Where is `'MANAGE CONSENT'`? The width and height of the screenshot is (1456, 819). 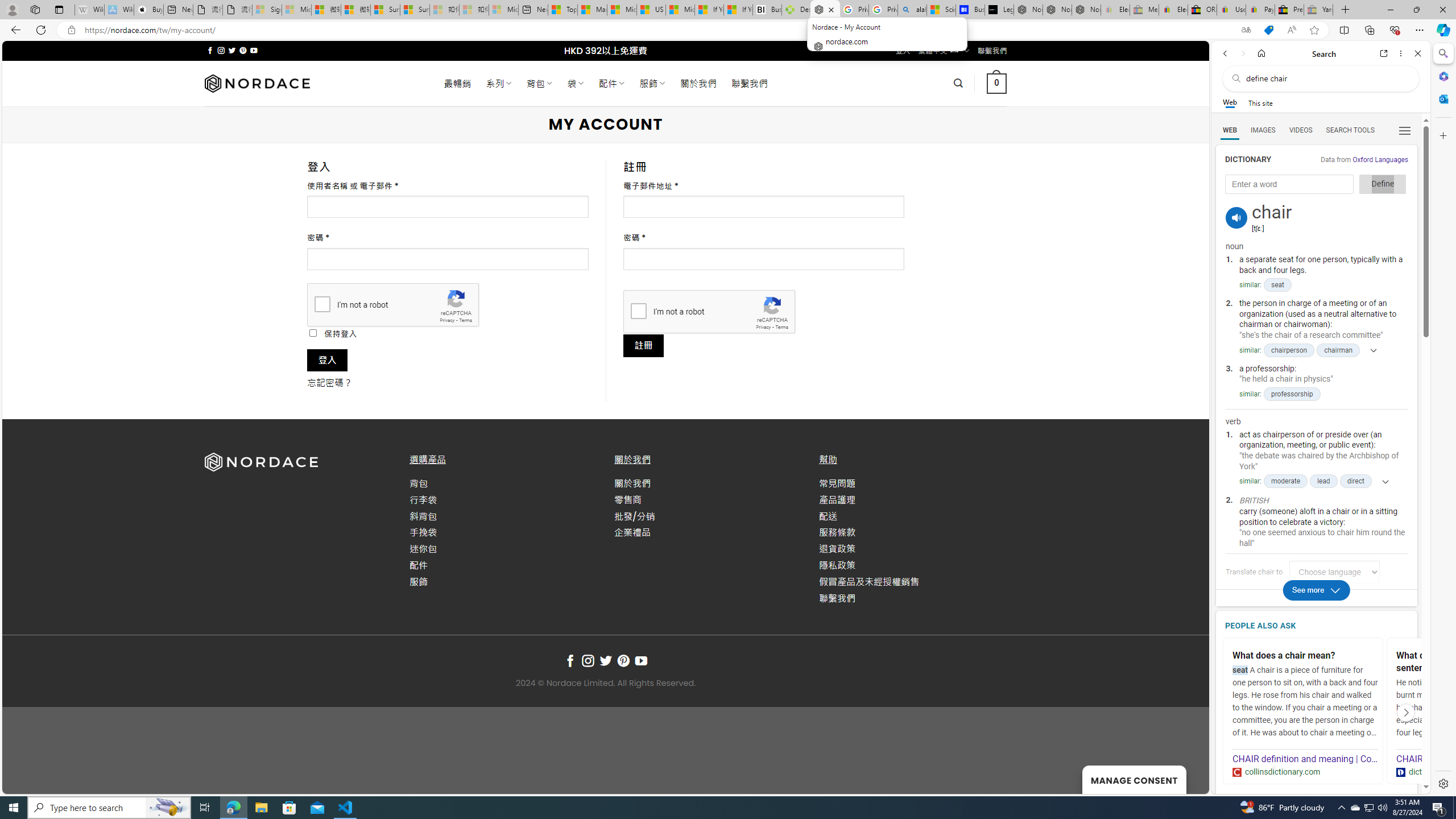
'MANAGE CONSENT' is located at coordinates (1134, 779).